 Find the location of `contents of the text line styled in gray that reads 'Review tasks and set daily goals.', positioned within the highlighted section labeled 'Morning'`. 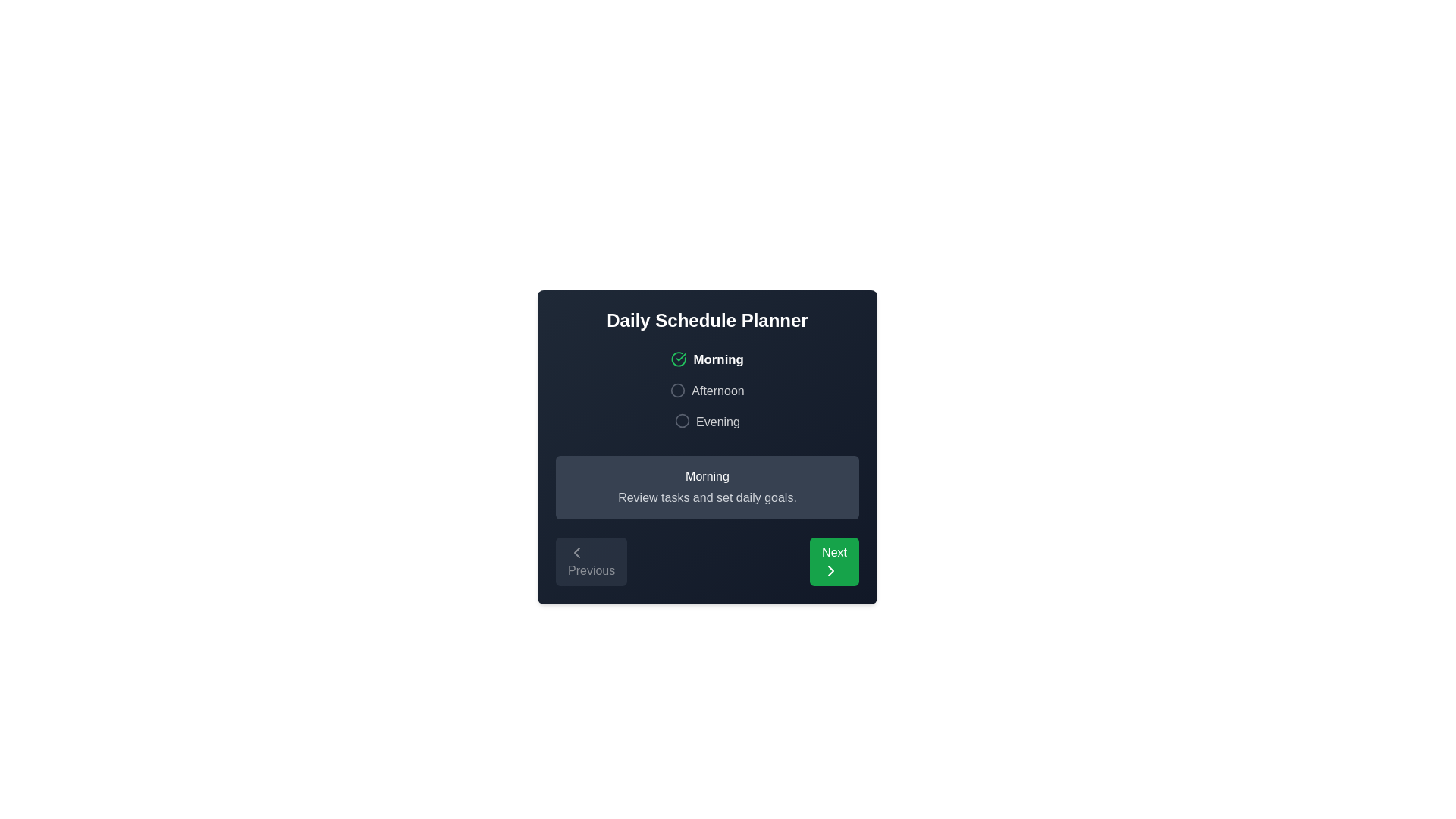

contents of the text line styled in gray that reads 'Review tasks and set daily goals.', positioned within the highlighted section labeled 'Morning' is located at coordinates (706, 497).